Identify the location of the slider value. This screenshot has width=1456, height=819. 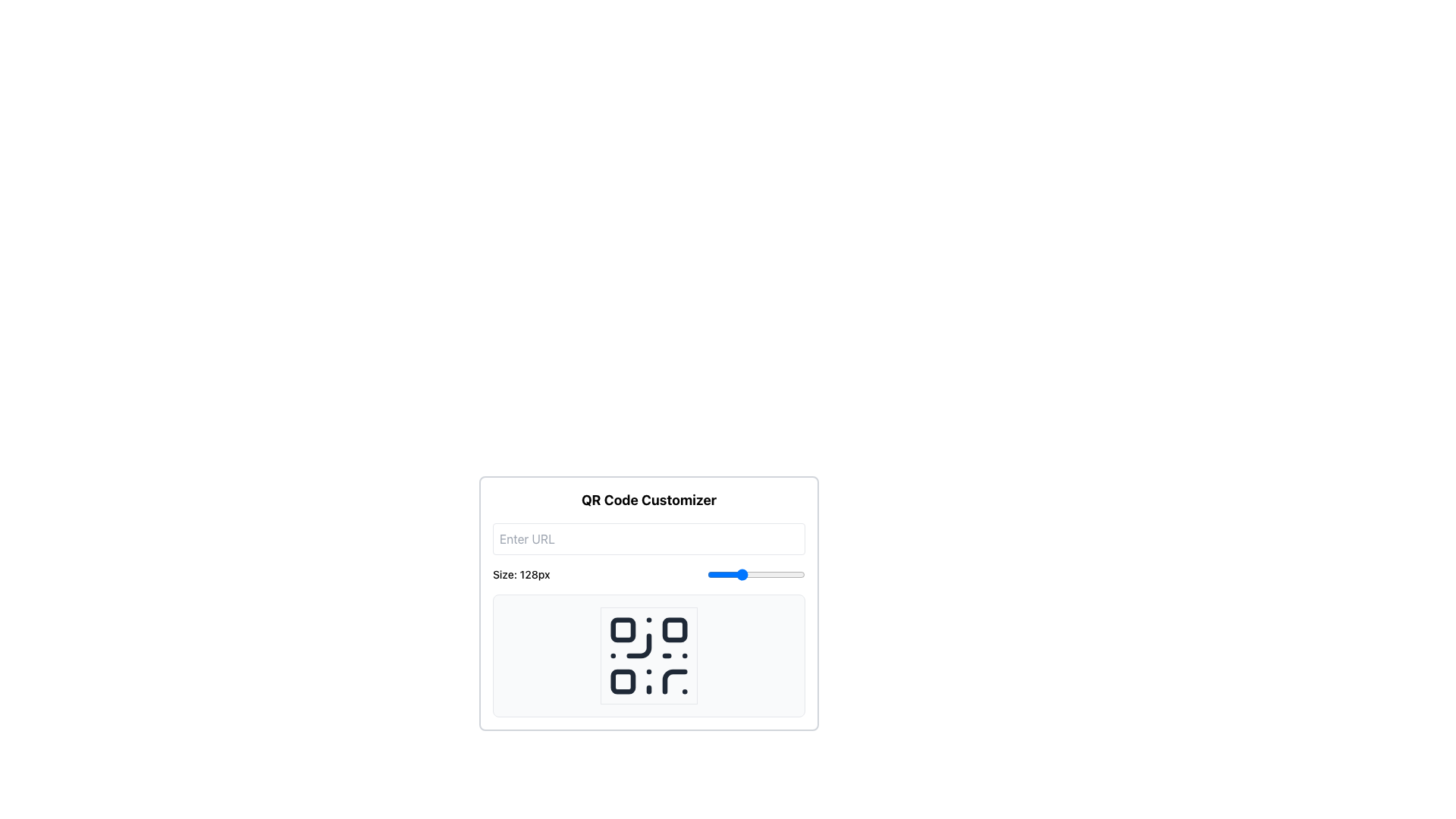
(782, 575).